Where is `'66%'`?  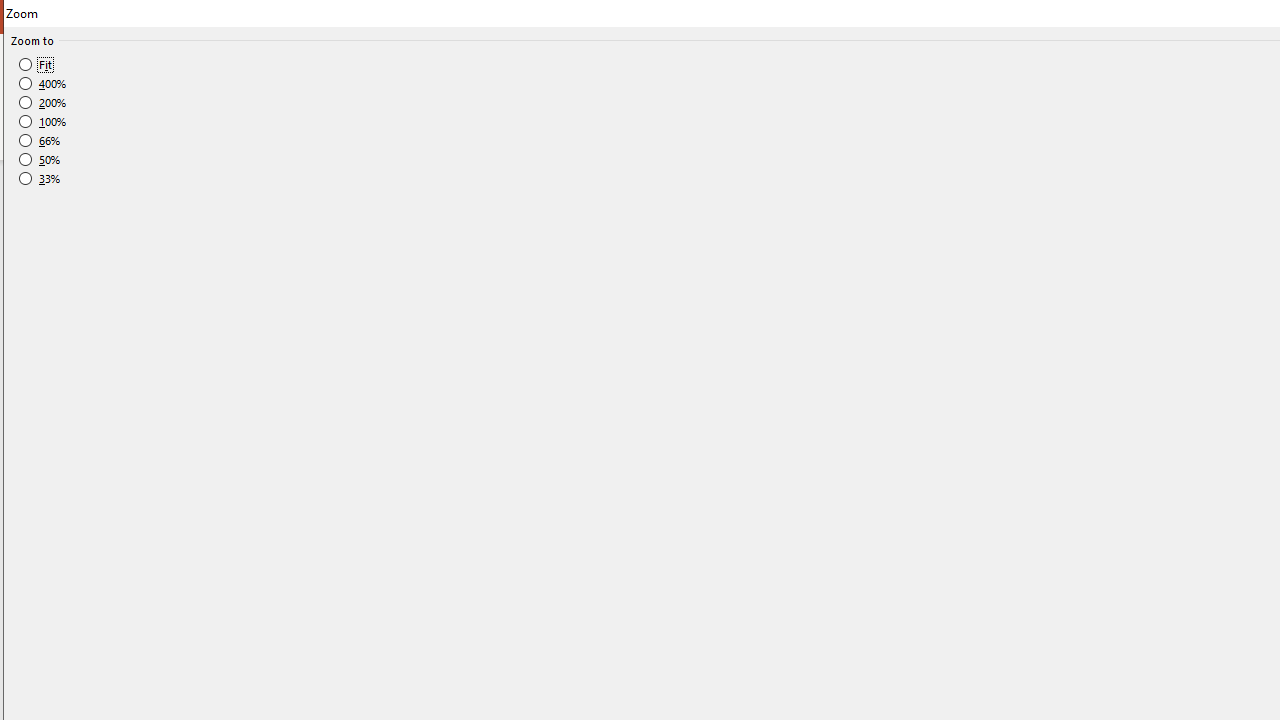 '66%' is located at coordinates (40, 140).